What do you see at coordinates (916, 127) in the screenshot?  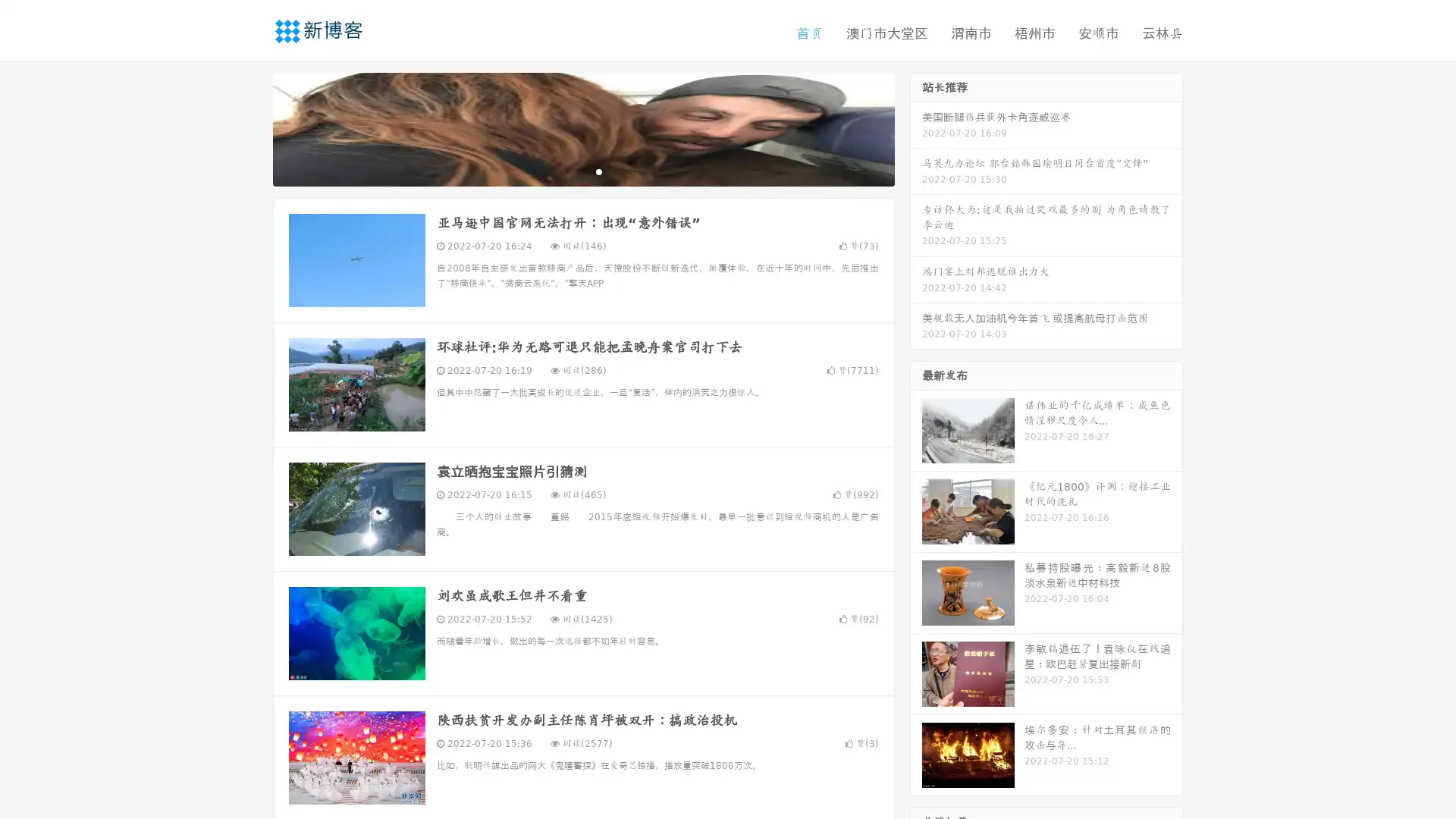 I see `Next slide` at bounding box center [916, 127].